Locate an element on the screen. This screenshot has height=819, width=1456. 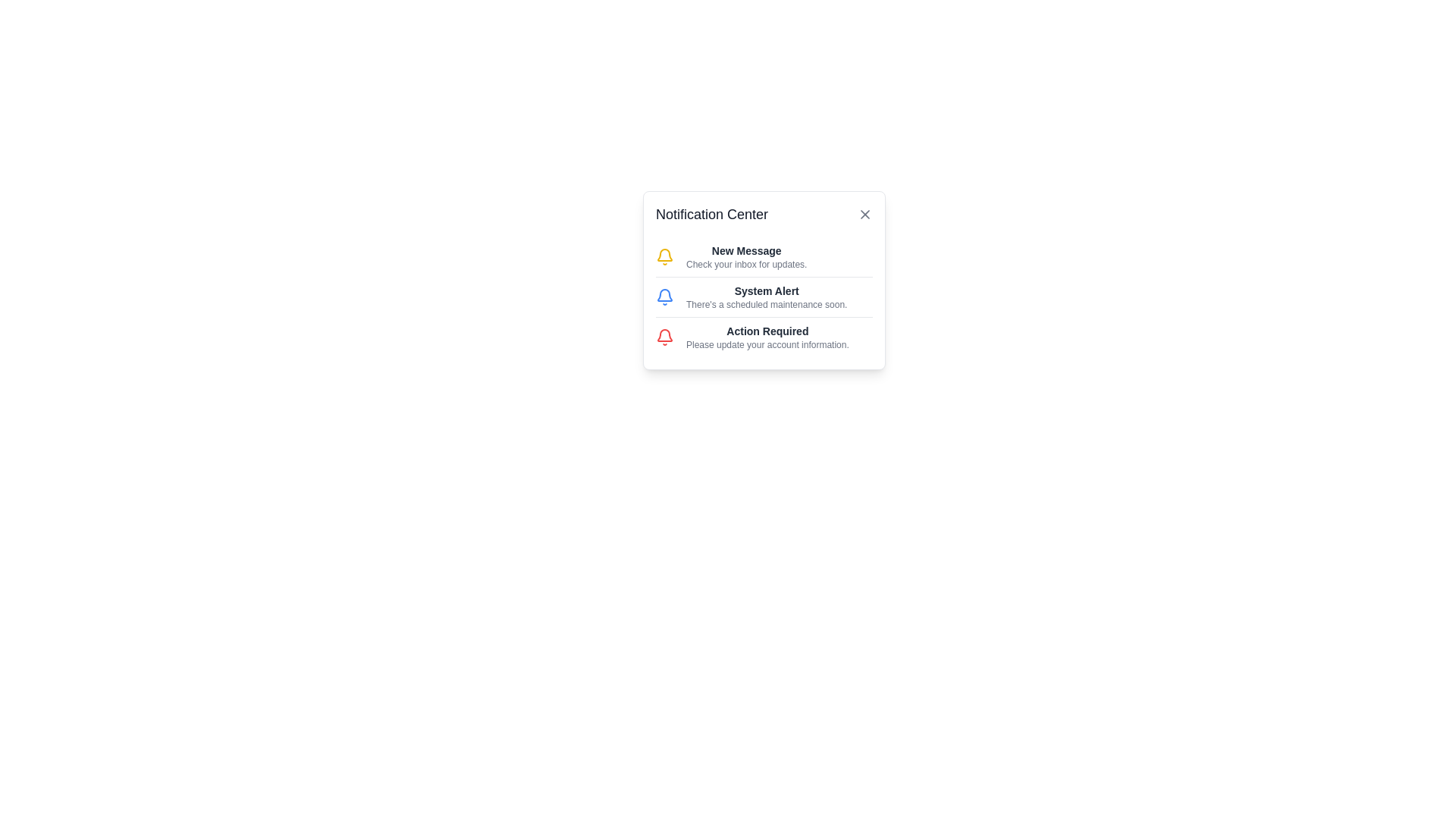
the header text of the notification panel located at the top-left corner of the notification box is located at coordinates (711, 214).